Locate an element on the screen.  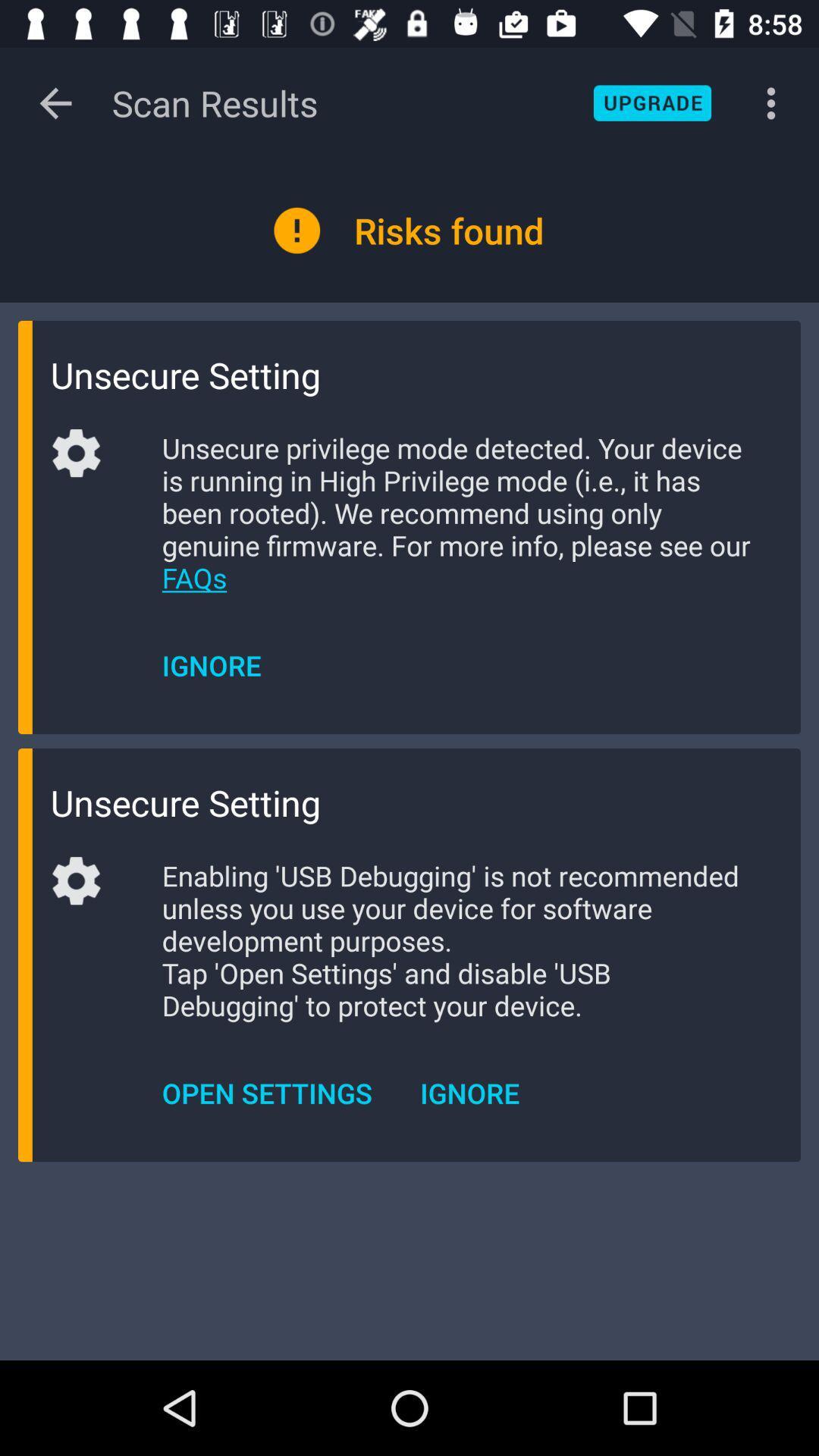
the top corner is located at coordinates (651, 102).